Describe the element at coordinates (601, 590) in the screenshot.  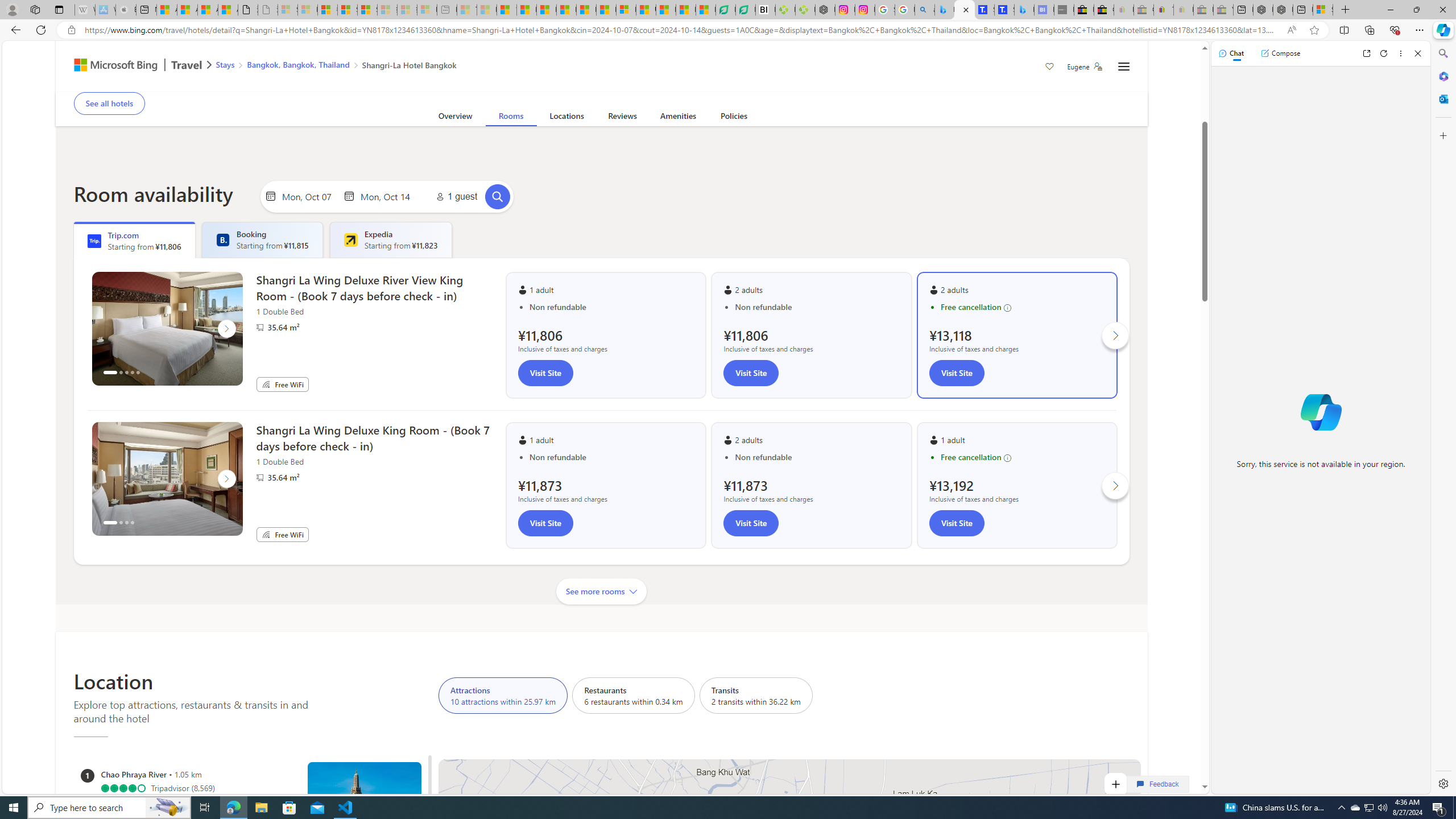
I see `'See more rooms'` at that location.